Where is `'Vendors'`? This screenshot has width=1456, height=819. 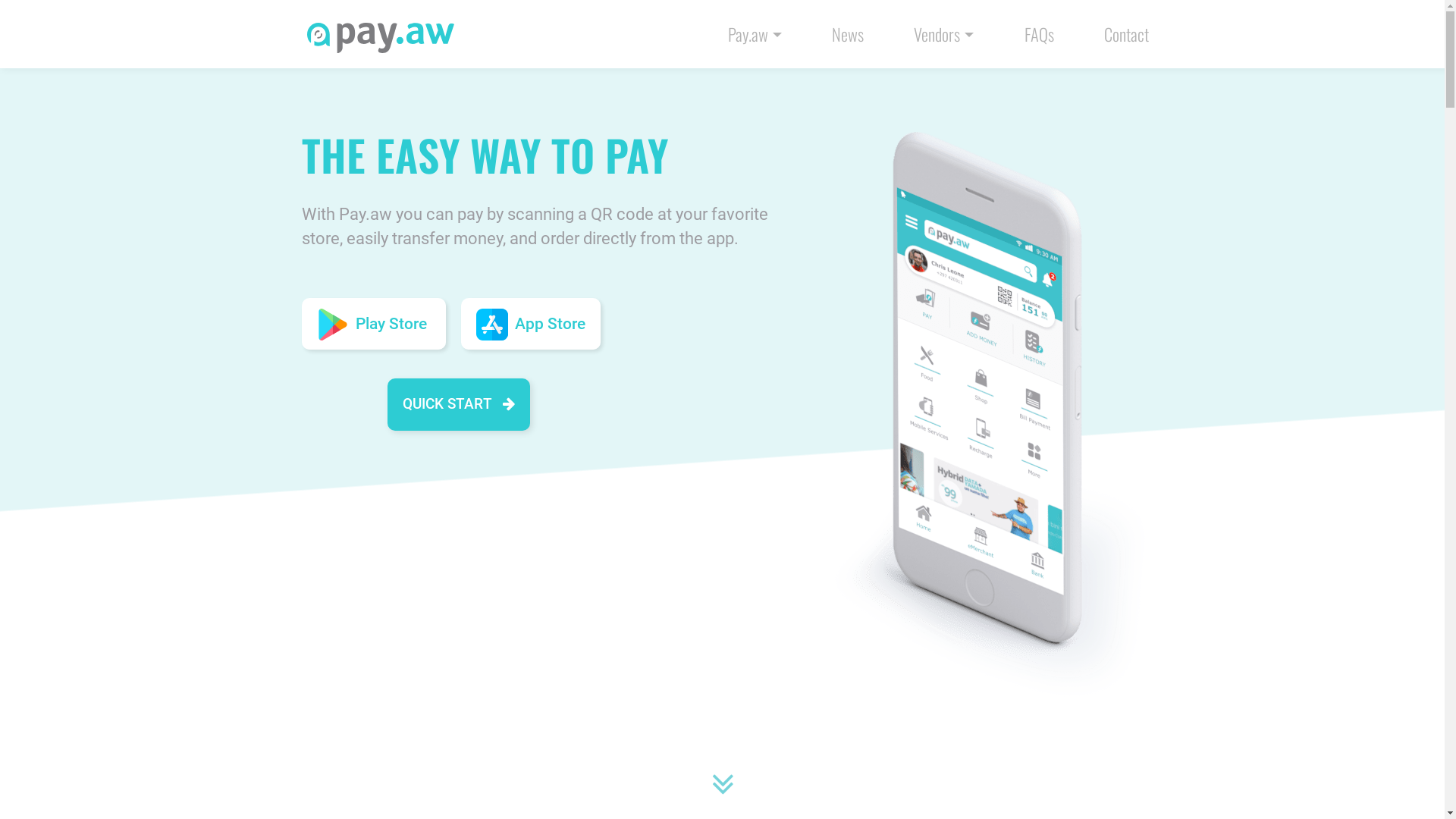
'Vendors' is located at coordinates (943, 33).